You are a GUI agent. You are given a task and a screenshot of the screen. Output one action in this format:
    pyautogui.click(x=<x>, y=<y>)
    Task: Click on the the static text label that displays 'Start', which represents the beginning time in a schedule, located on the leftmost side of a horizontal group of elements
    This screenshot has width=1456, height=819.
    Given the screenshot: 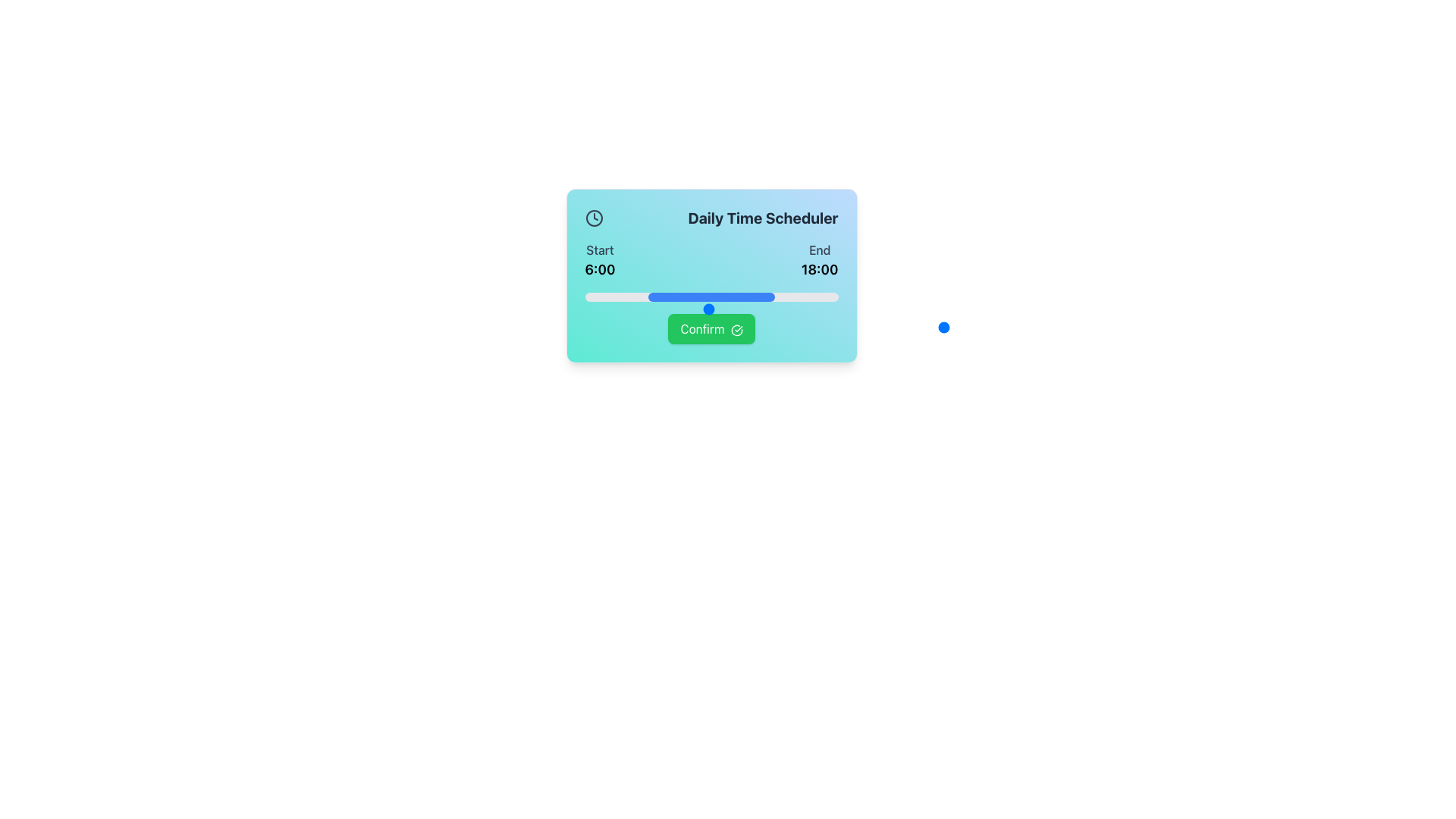 What is the action you would take?
    pyautogui.click(x=599, y=259)
    